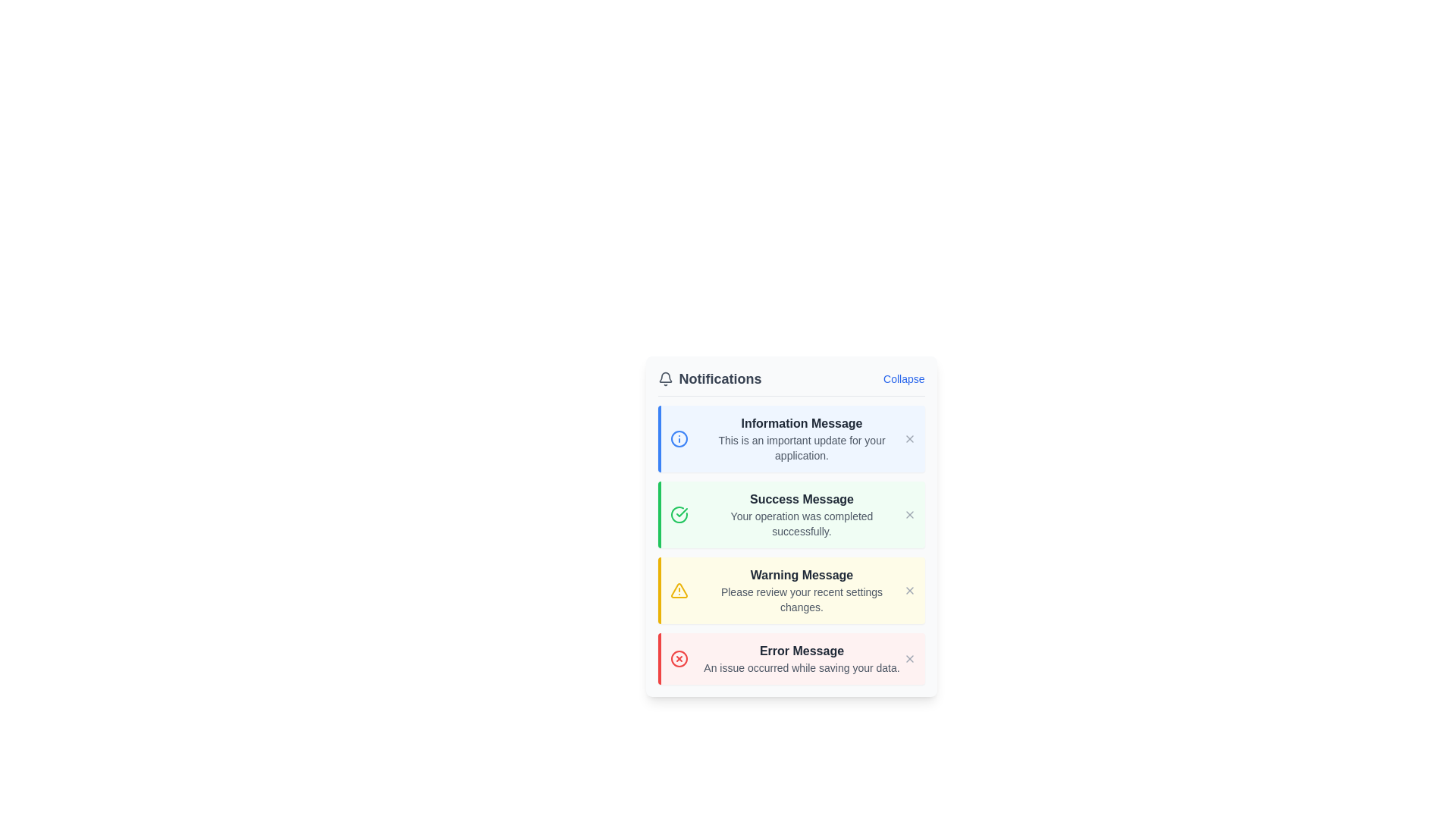 This screenshot has width=1456, height=819. What do you see at coordinates (904, 378) in the screenshot?
I see `the text-based button or link located at the top-right corner of the header section to underline it` at bounding box center [904, 378].